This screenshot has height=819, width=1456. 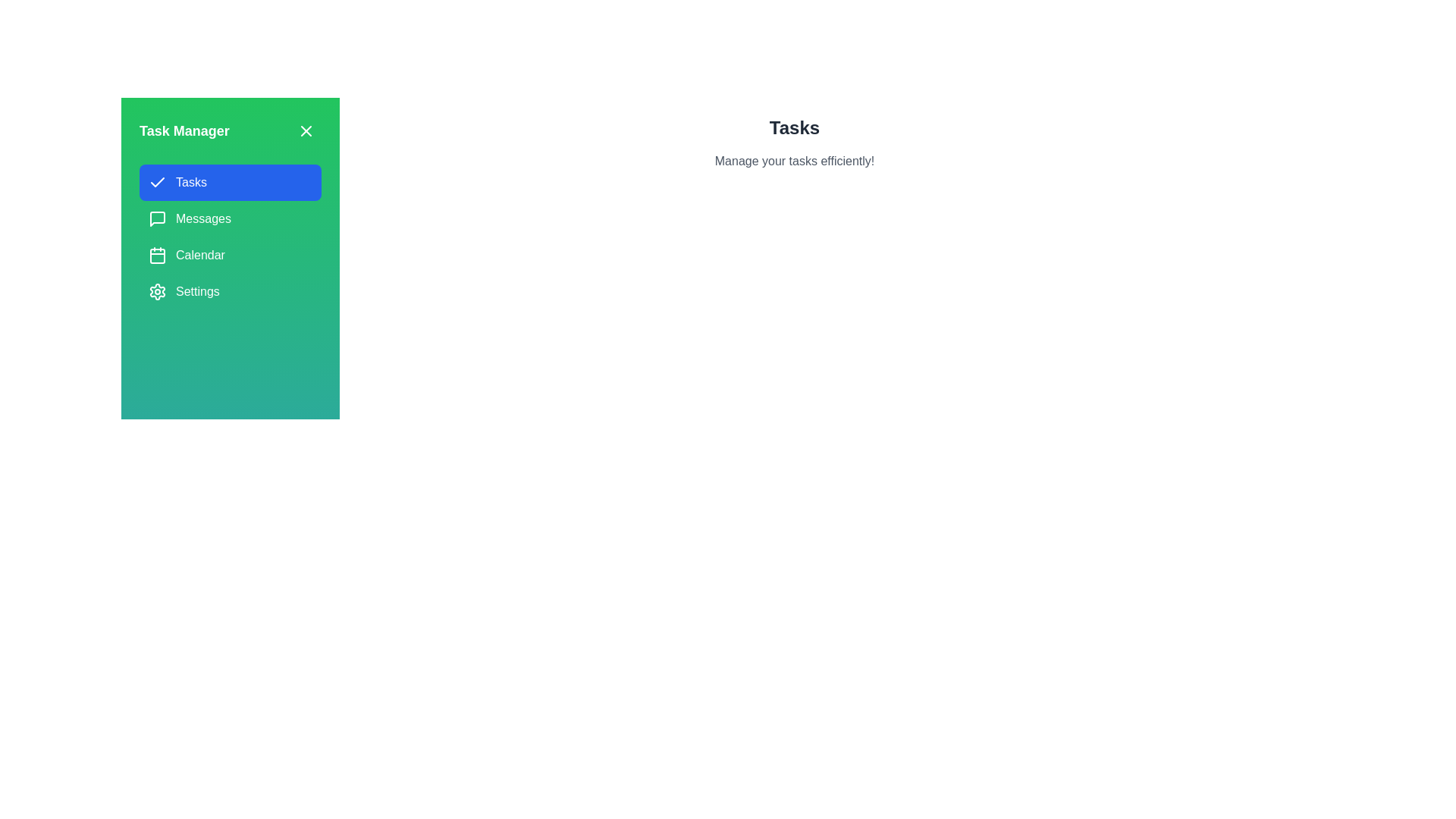 What do you see at coordinates (229, 292) in the screenshot?
I see `the tab named Settings in the TaskManagerDrawer` at bounding box center [229, 292].